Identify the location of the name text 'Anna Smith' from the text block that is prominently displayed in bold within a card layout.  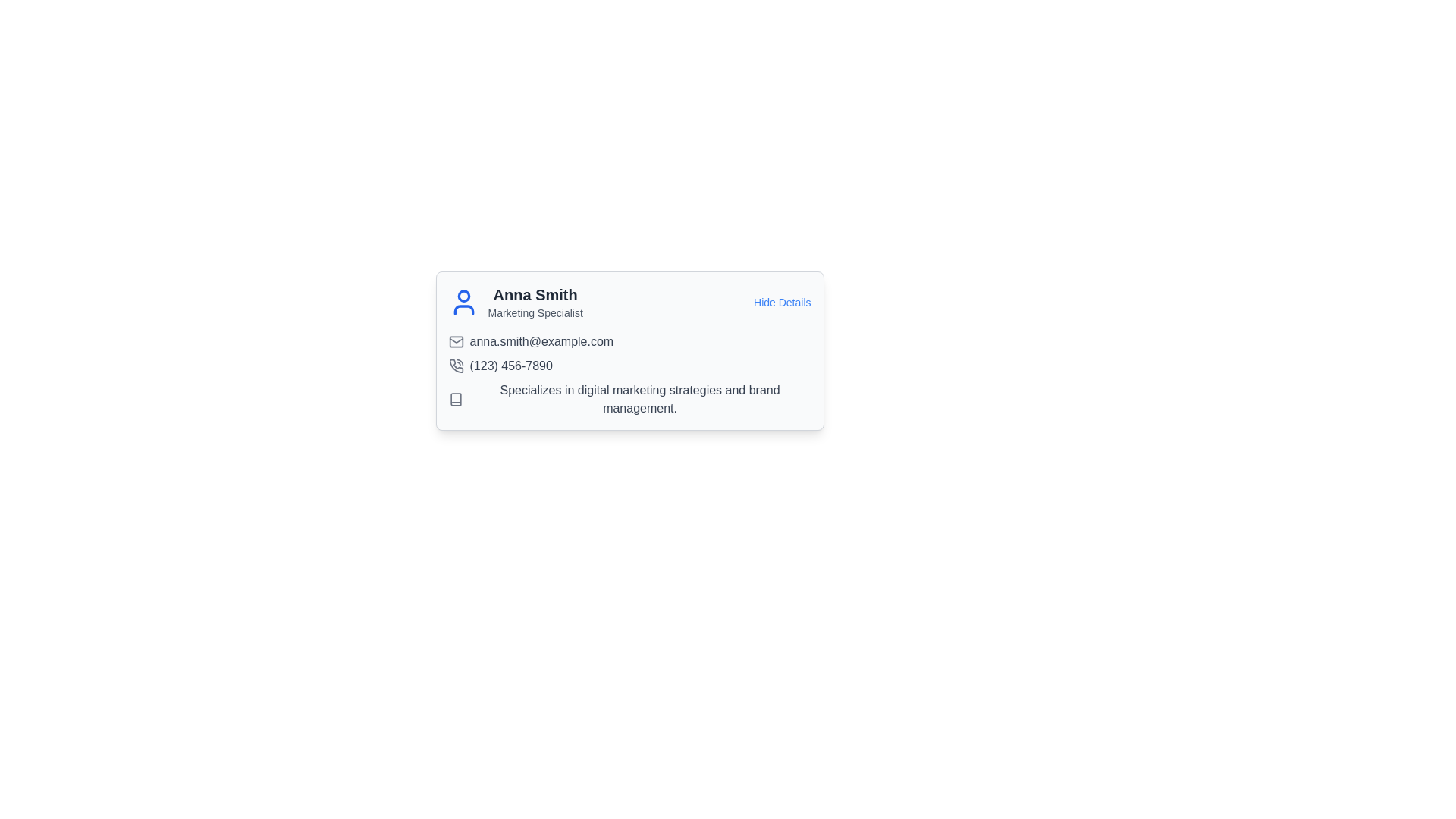
(535, 302).